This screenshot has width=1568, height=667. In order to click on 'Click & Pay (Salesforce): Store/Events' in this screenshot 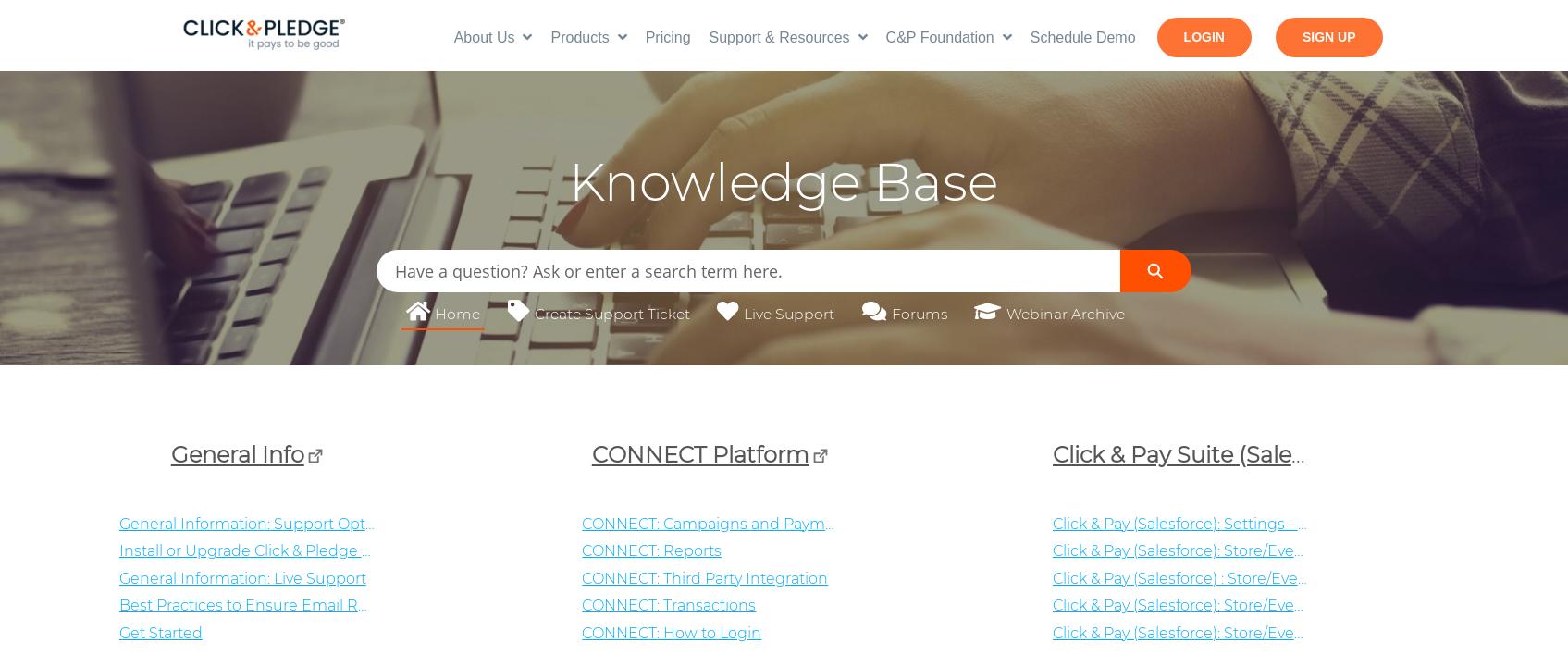, I will do `click(1183, 605)`.